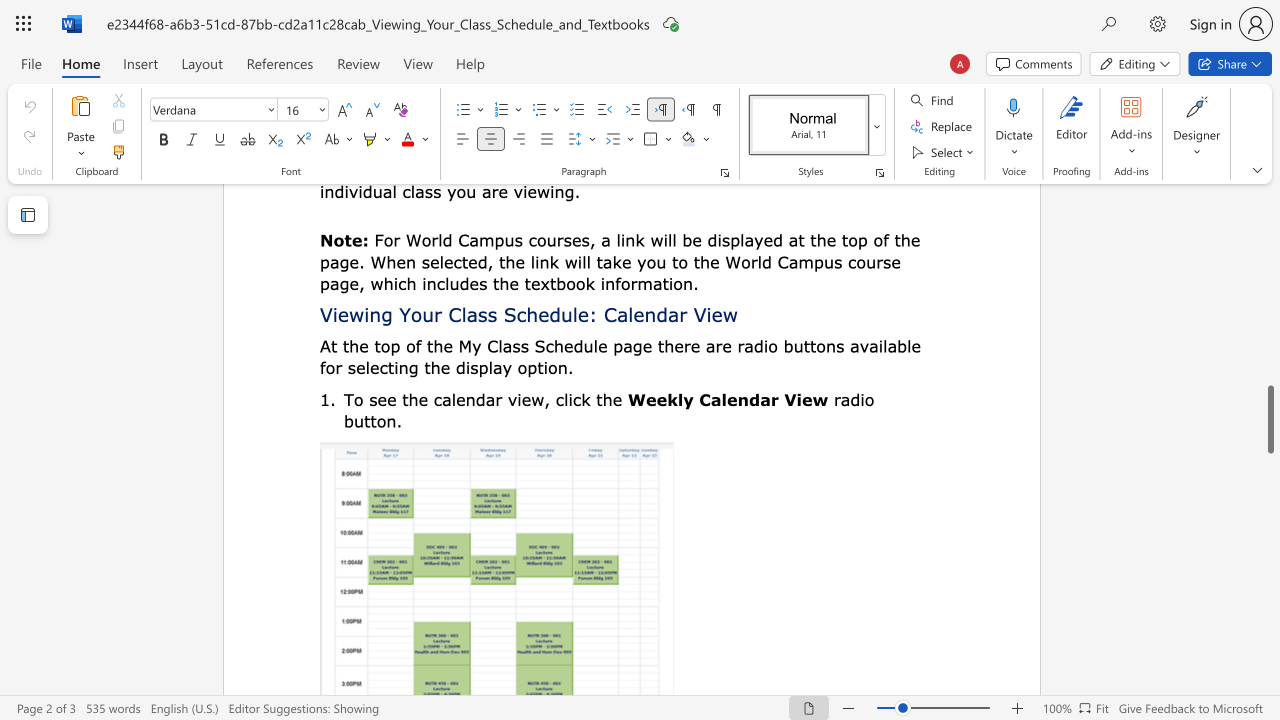 The height and width of the screenshot is (720, 1280). What do you see at coordinates (1269, 310) in the screenshot?
I see `the scrollbar on the right to move the page upward` at bounding box center [1269, 310].